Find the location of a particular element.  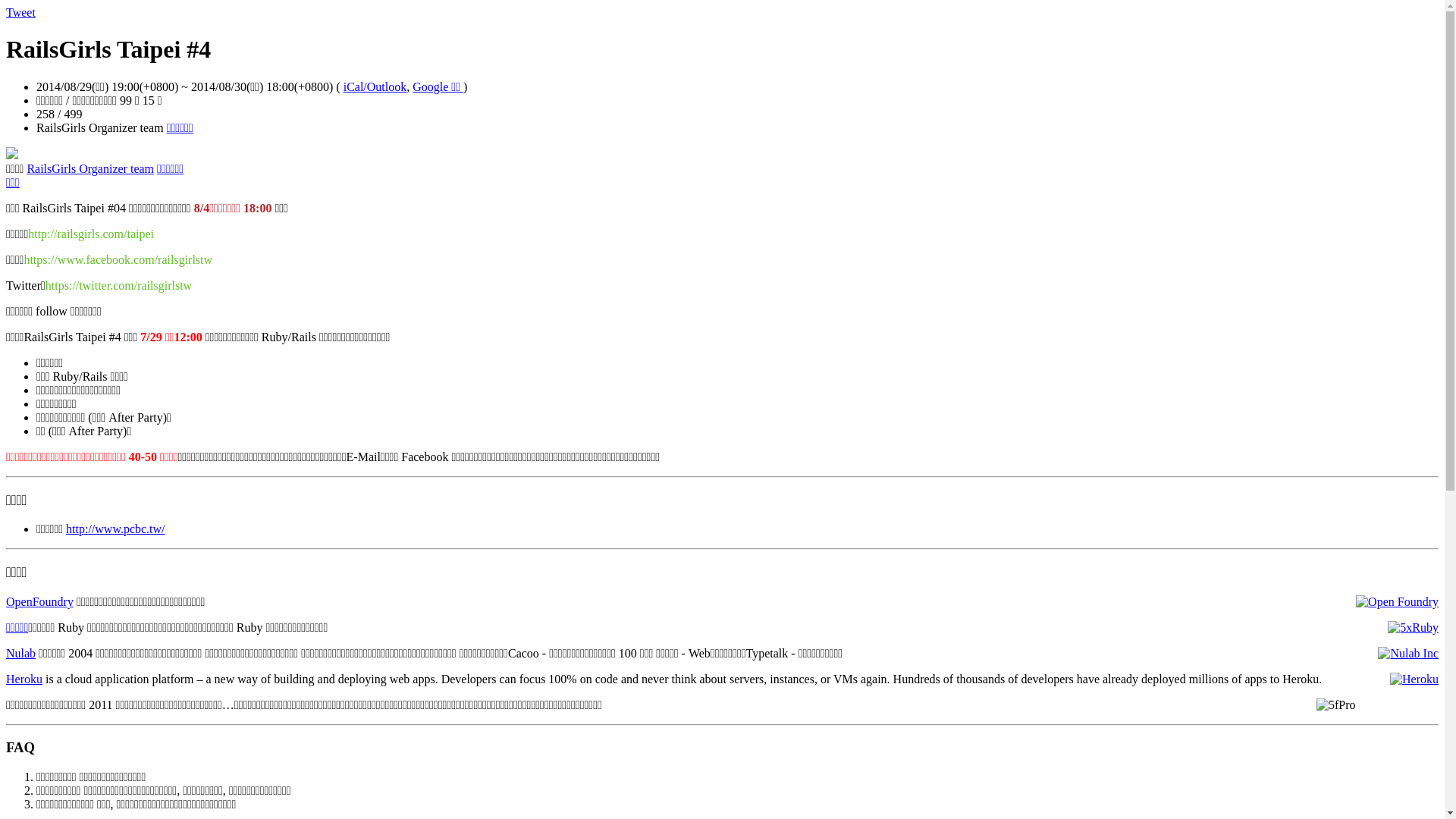

'http://www.pcbc.tw/' is located at coordinates (115, 528).